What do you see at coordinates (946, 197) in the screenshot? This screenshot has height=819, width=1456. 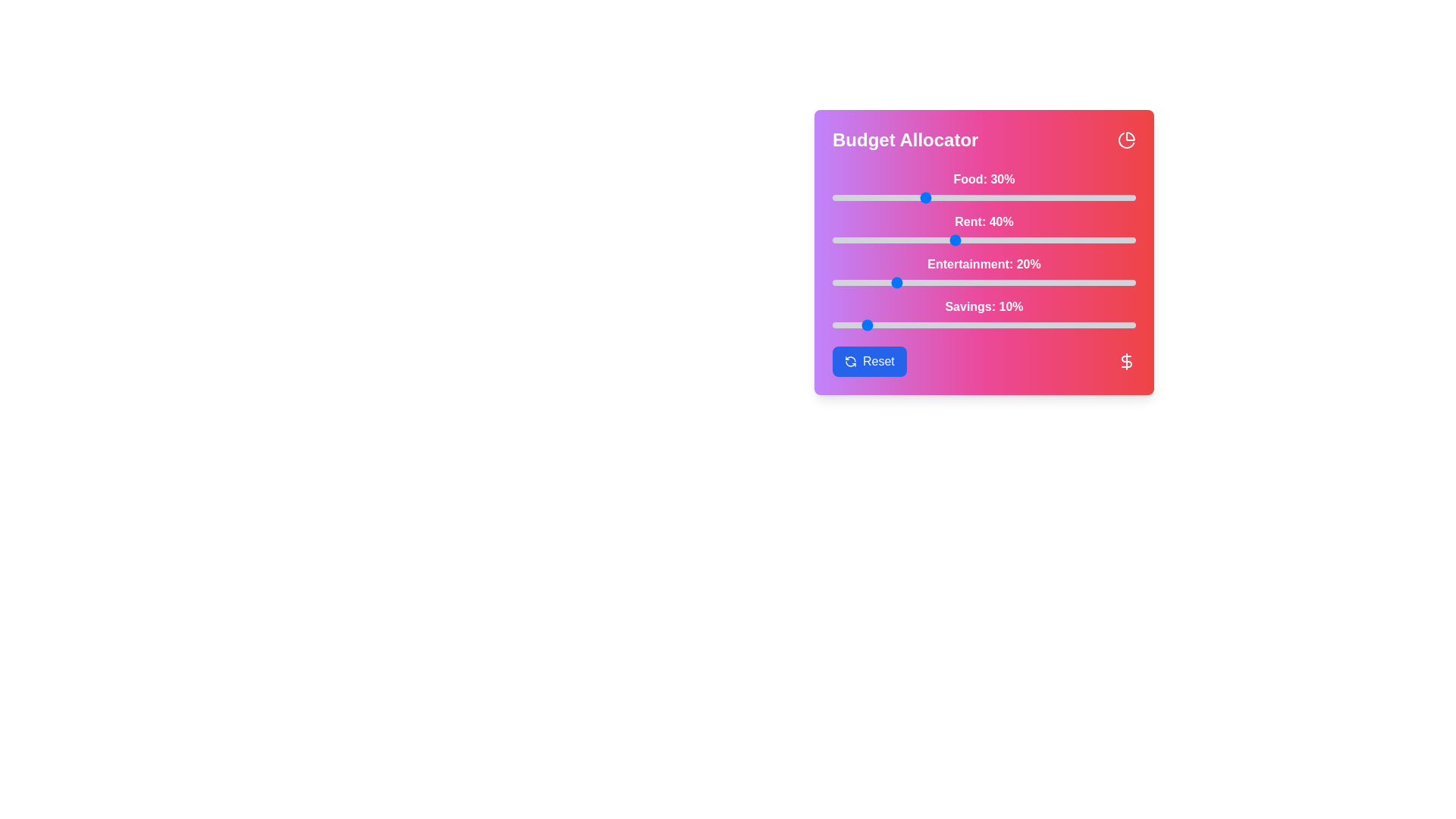 I see `'Food' slider` at bounding box center [946, 197].